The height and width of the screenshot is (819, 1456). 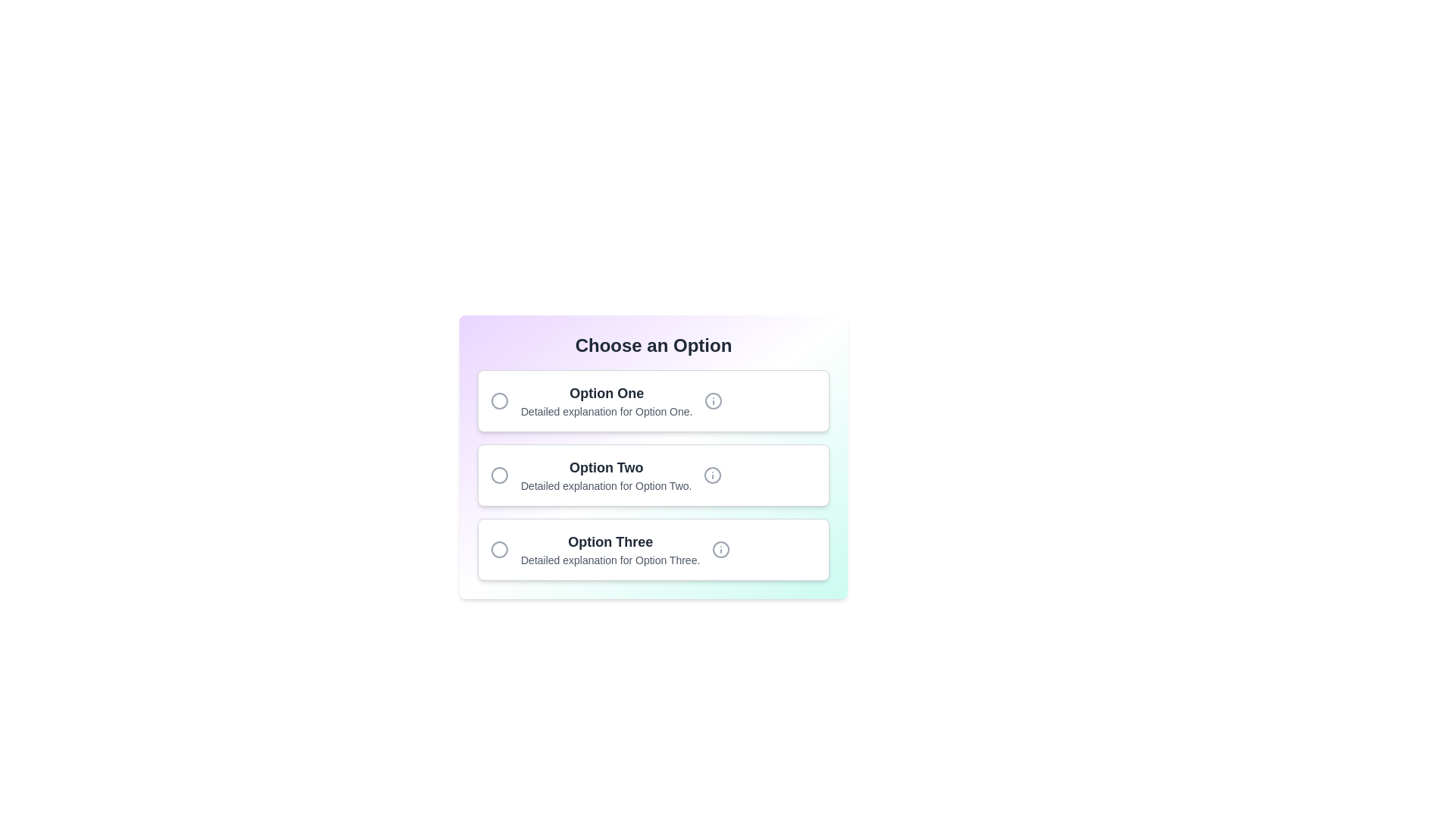 What do you see at coordinates (605, 475) in the screenshot?
I see `the static content element that presents the title and description of the second selectable option in the choice list, located between 'Option One' and 'Option Three'` at bounding box center [605, 475].